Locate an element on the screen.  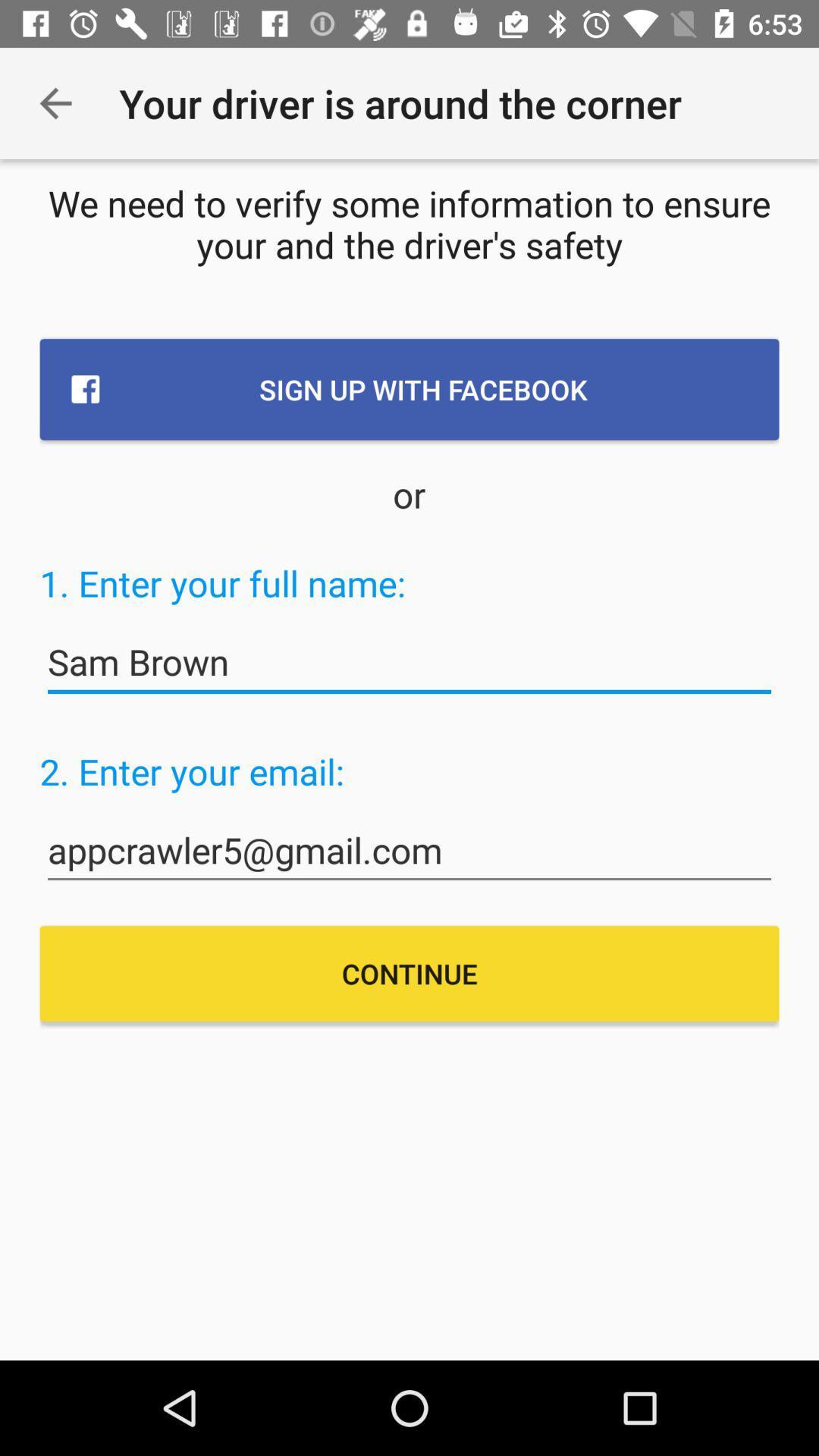
icon at the top left corner is located at coordinates (55, 102).